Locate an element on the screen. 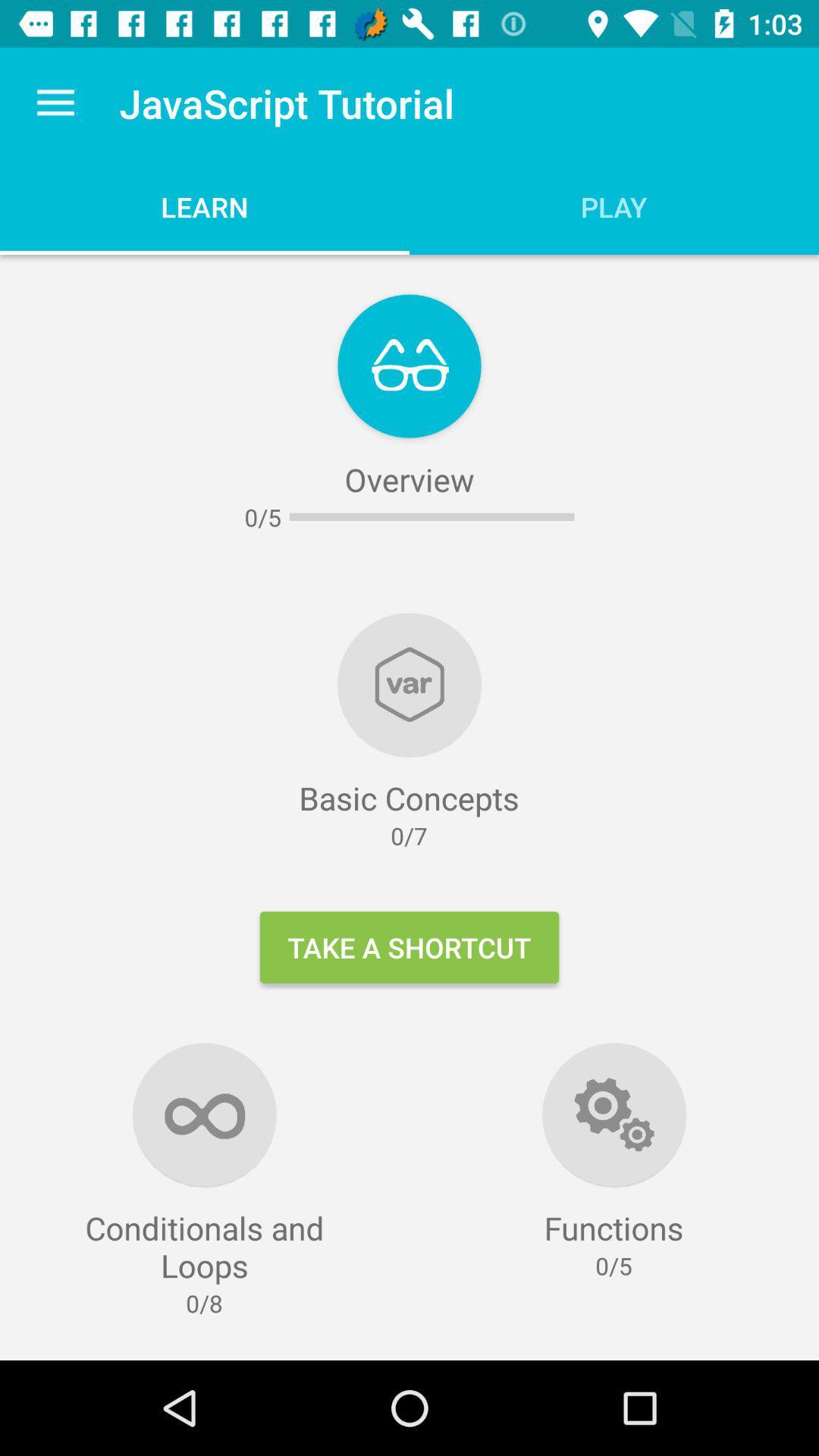 The image size is (819, 1456). take a shortcut item is located at coordinates (409, 946).